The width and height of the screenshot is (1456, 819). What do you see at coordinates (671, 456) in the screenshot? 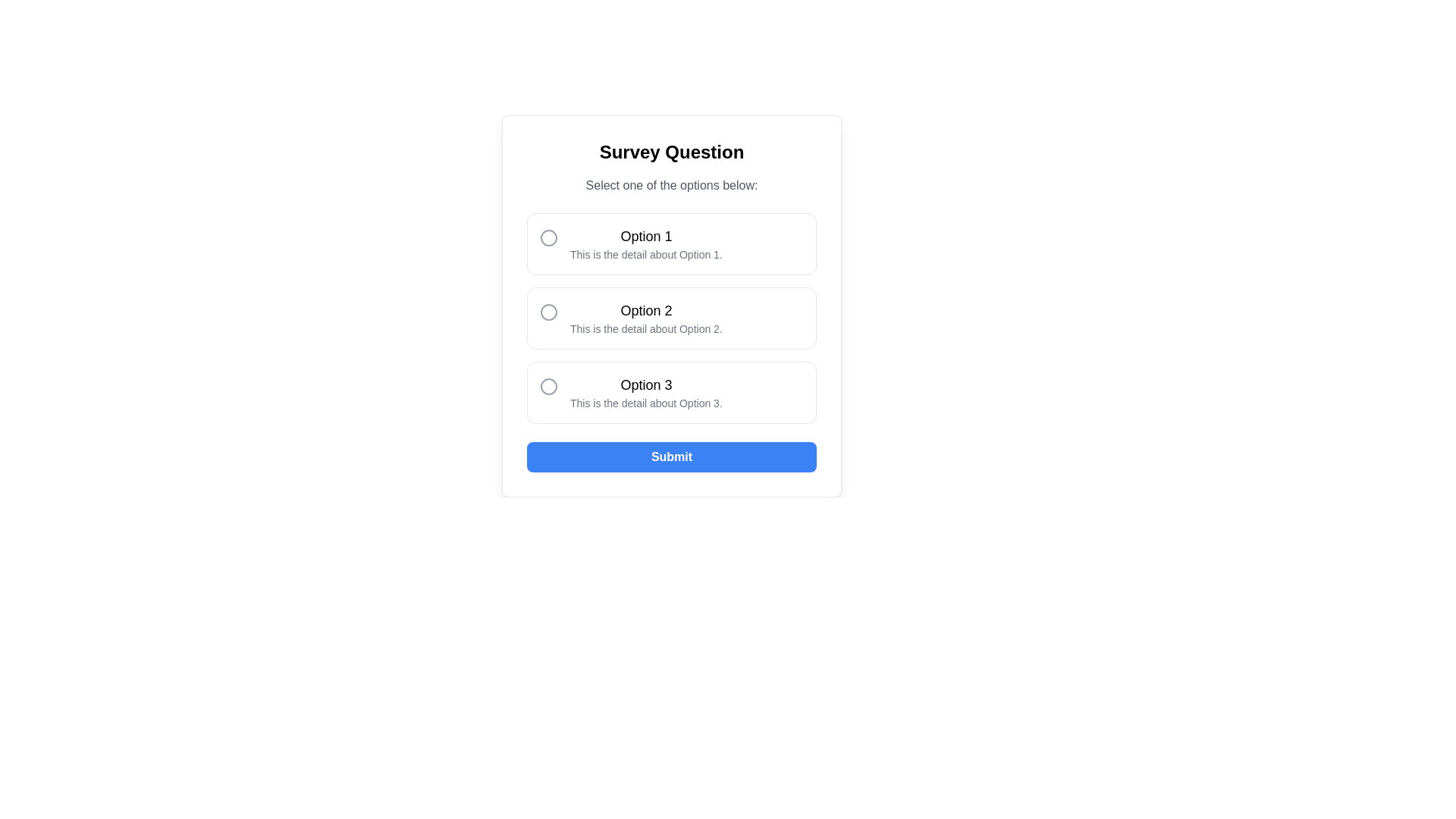
I see `the 'Submit' button, which is a rectangular button with a solid blue background and white text, located at the bottom of the survey form` at bounding box center [671, 456].